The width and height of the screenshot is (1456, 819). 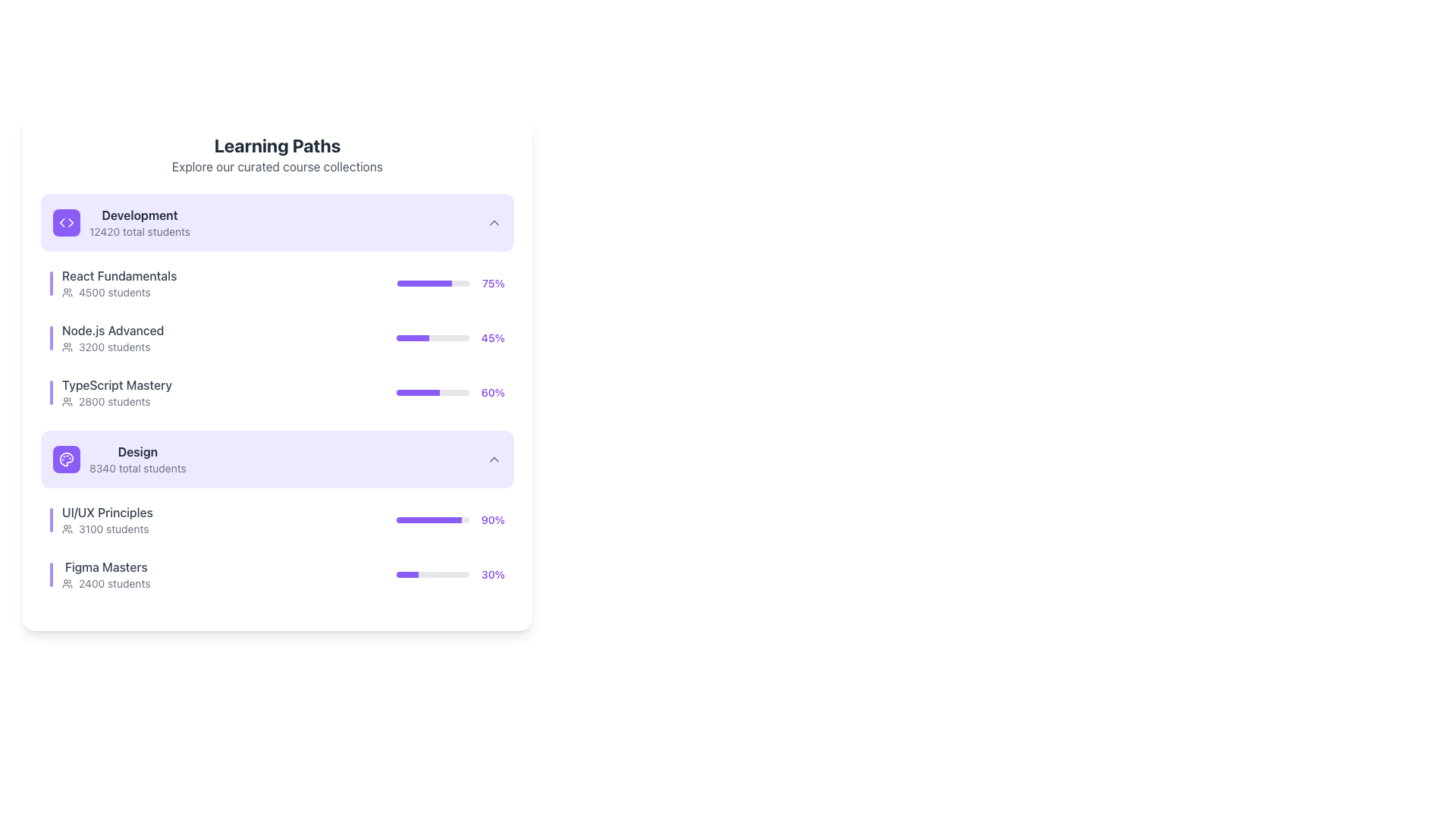 I want to click on the violet vertical decorative bar located to the far left of the 'React Fundamentals' course entry, which has rounded ends and shares horizontal alignment with the course title and icon, so click(x=51, y=284).